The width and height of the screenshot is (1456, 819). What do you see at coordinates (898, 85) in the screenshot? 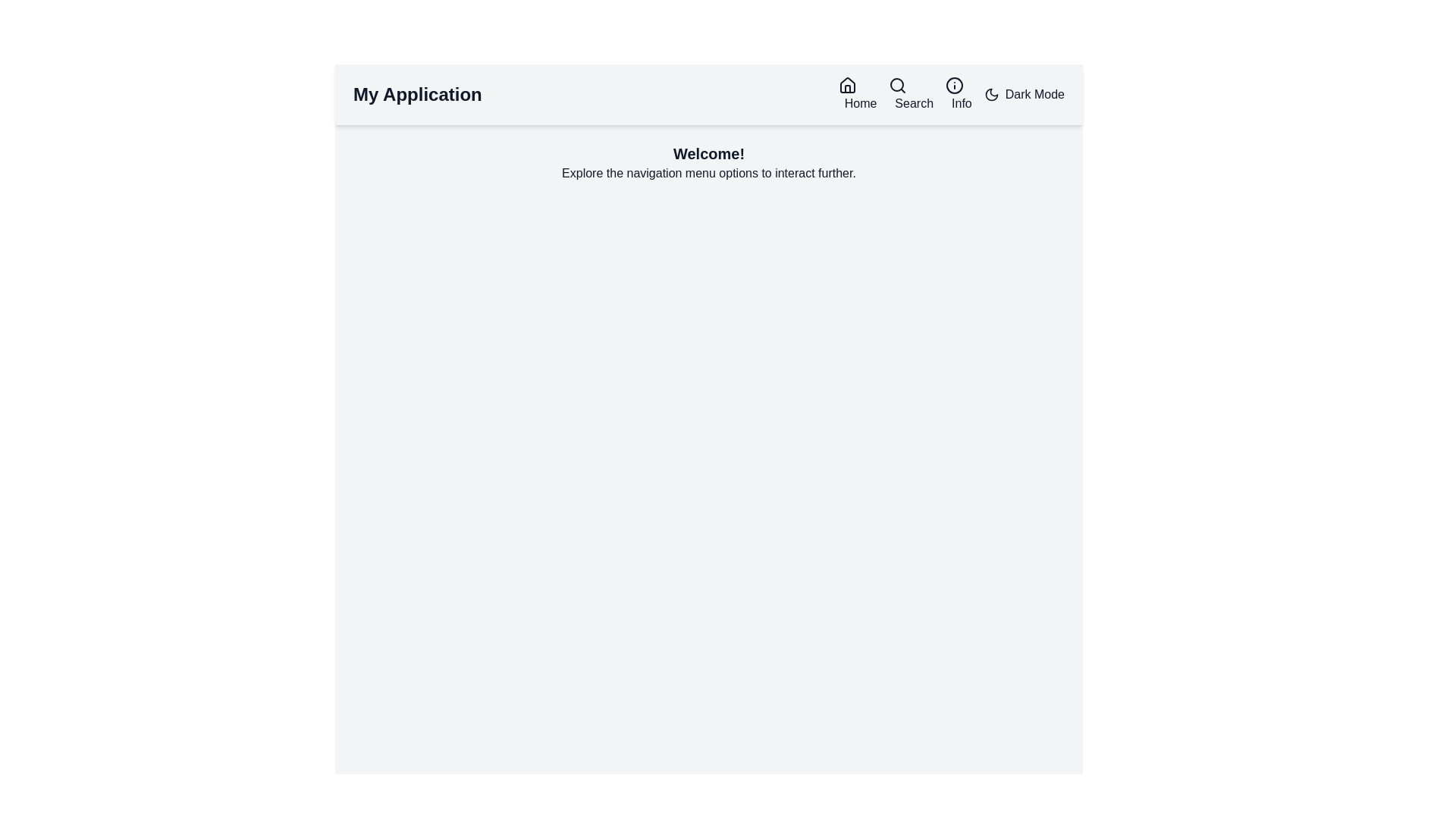
I see `the magnifying glass icon in the navigation bar to initiate a search` at bounding box center [898, 85].